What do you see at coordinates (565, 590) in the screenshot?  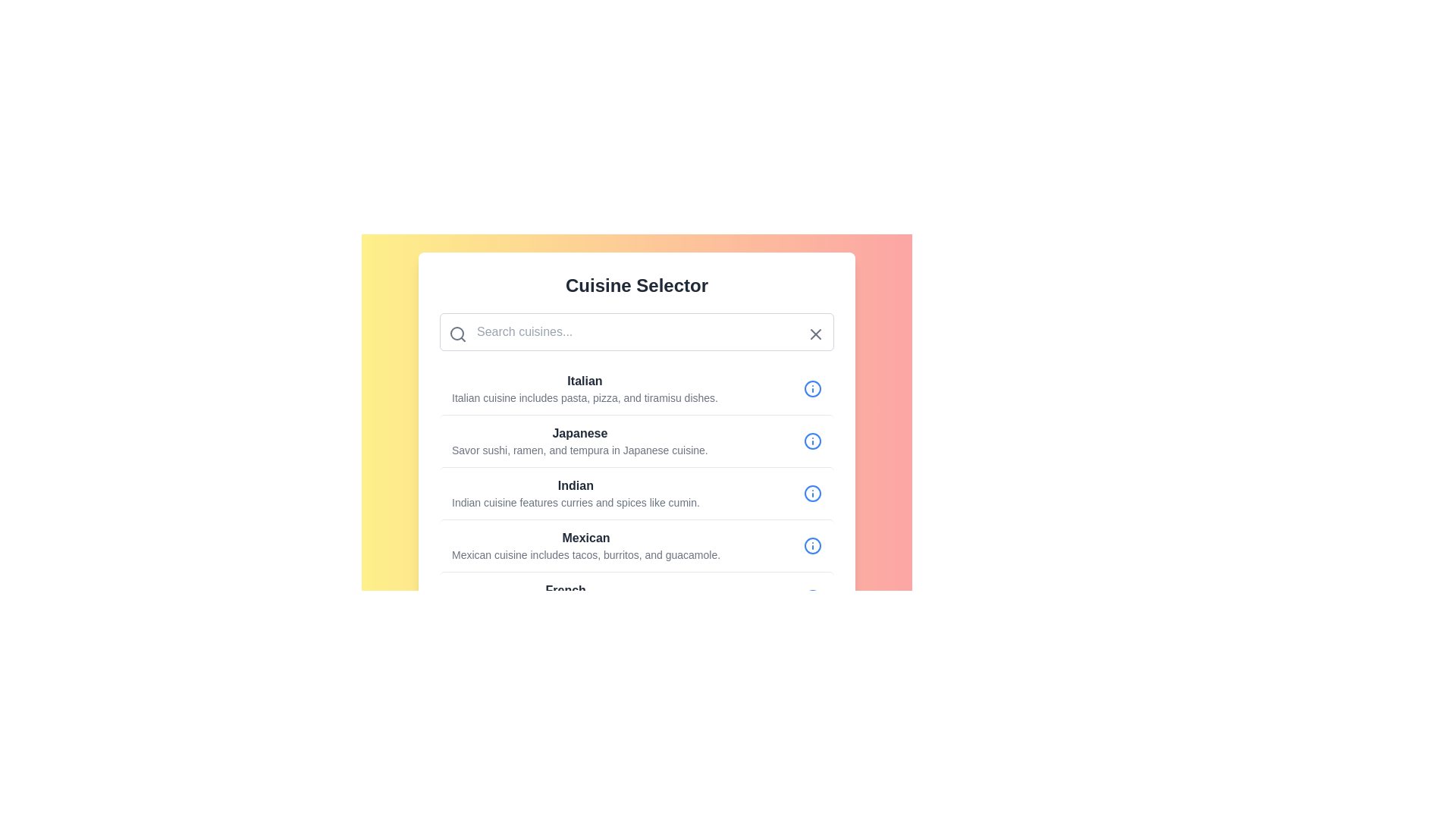 I see `the text label 'French' which is prominently displayed in bold and modern sans-serif font at the start of a description about French cuisine` at bounding box center [565, 590].